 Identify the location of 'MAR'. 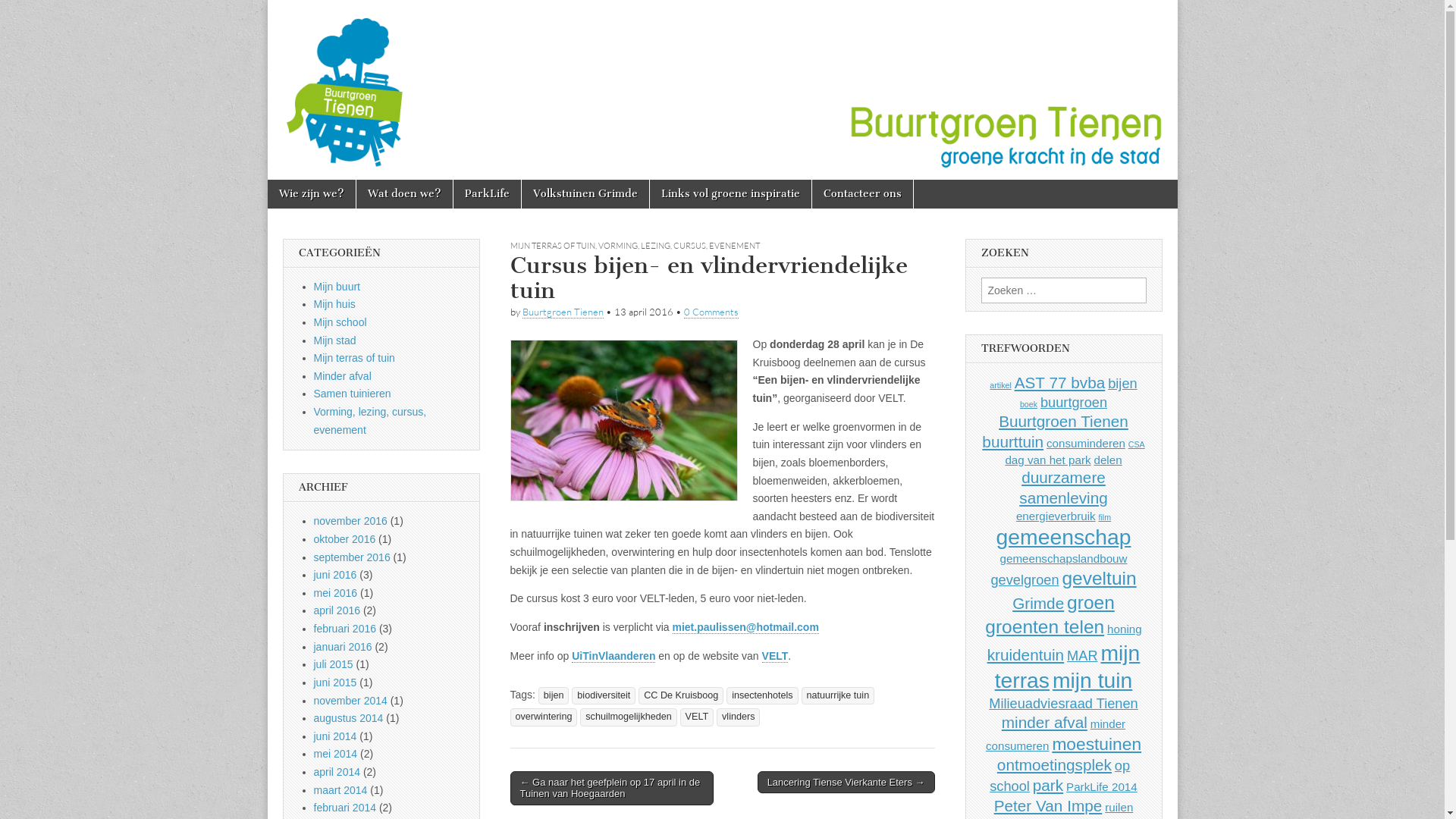
(1081, 654).